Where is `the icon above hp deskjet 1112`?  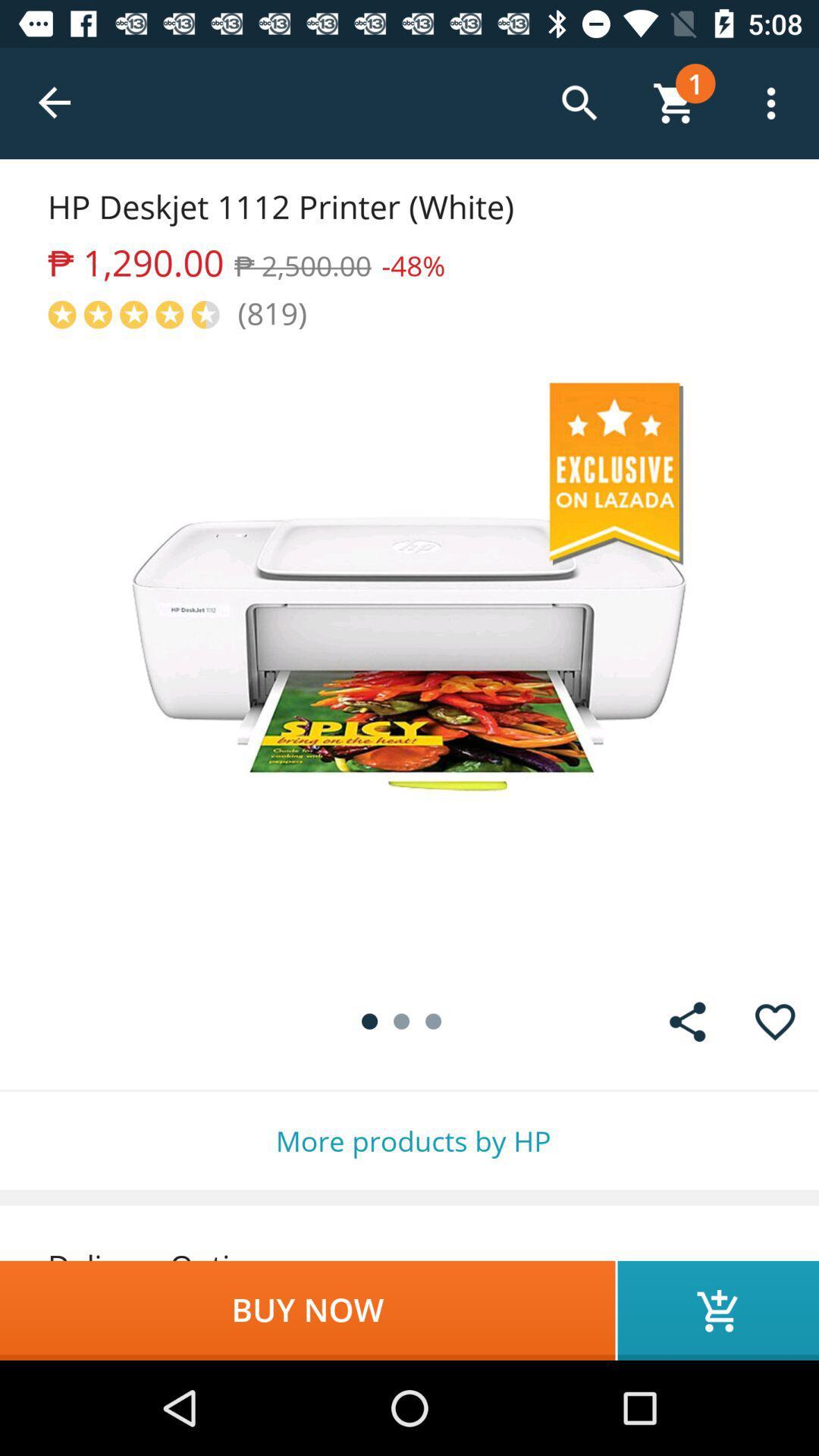
the icon above hp deskjet 1112 is located at coordinates (55, 102).